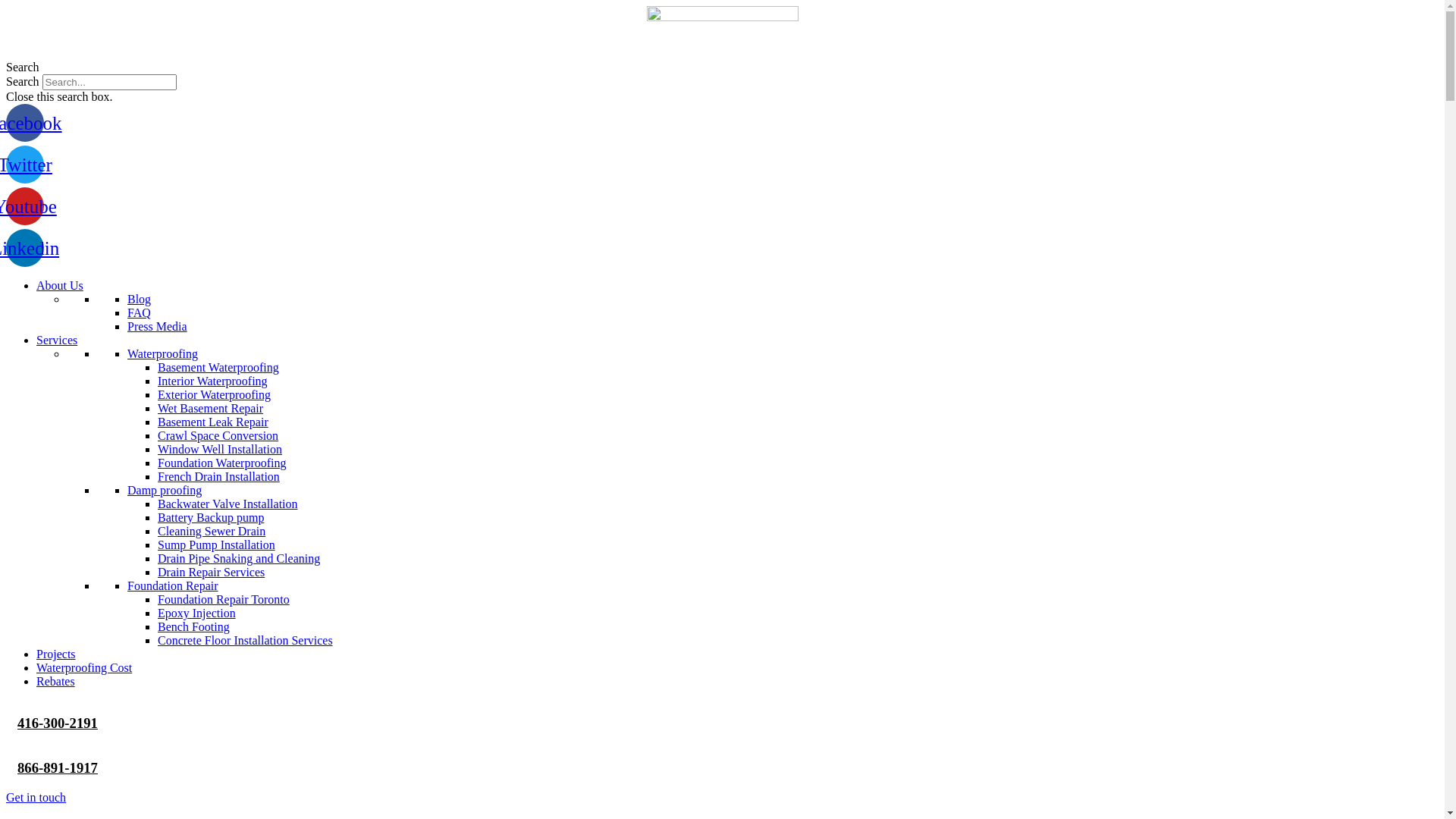 The height and width of the screenshot is (819, 1456). I want to click on '866-891-1917', so click(17, 767).